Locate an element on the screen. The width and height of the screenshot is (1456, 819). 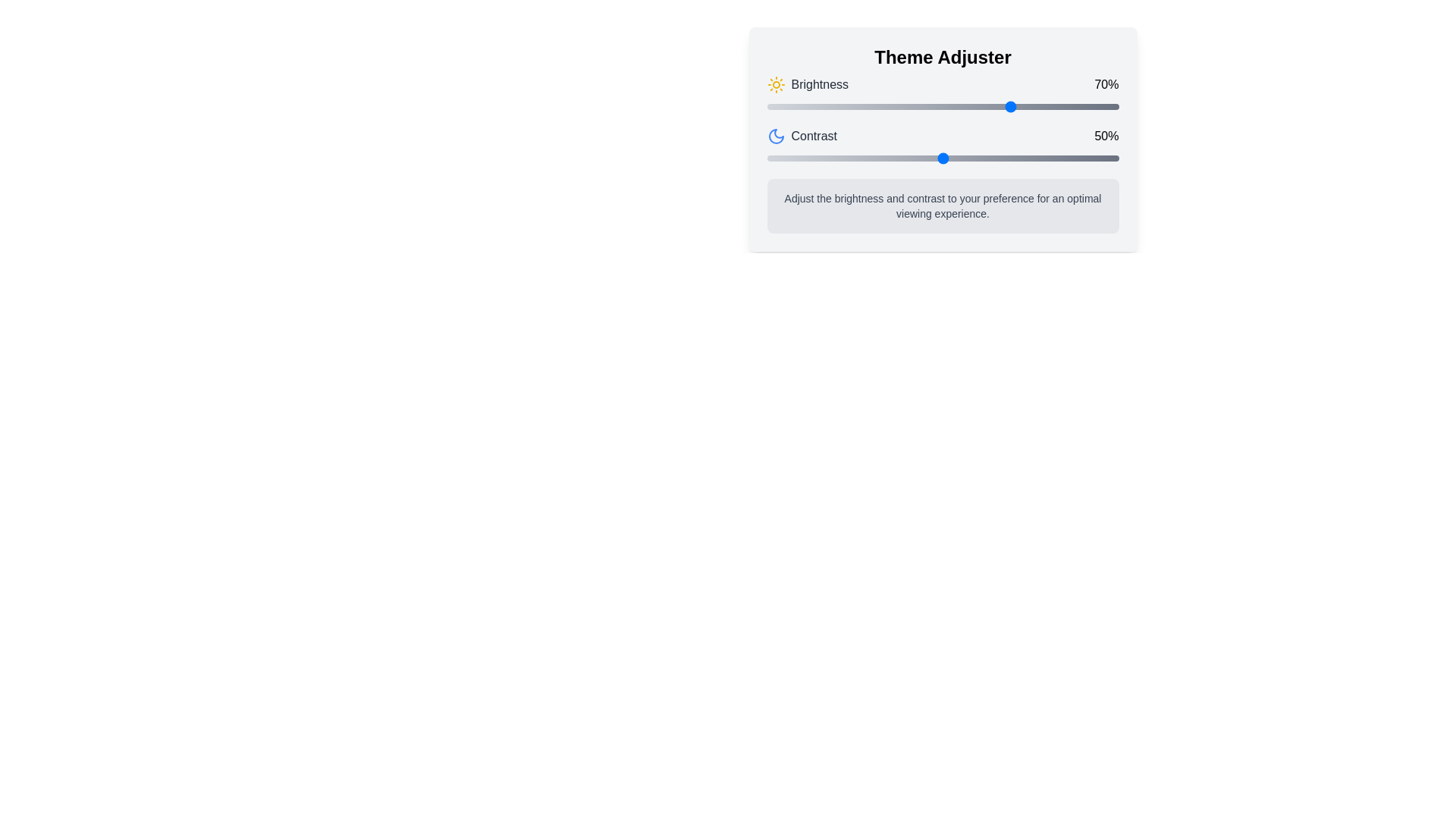
contrast is located at coordinates (1079, 158).